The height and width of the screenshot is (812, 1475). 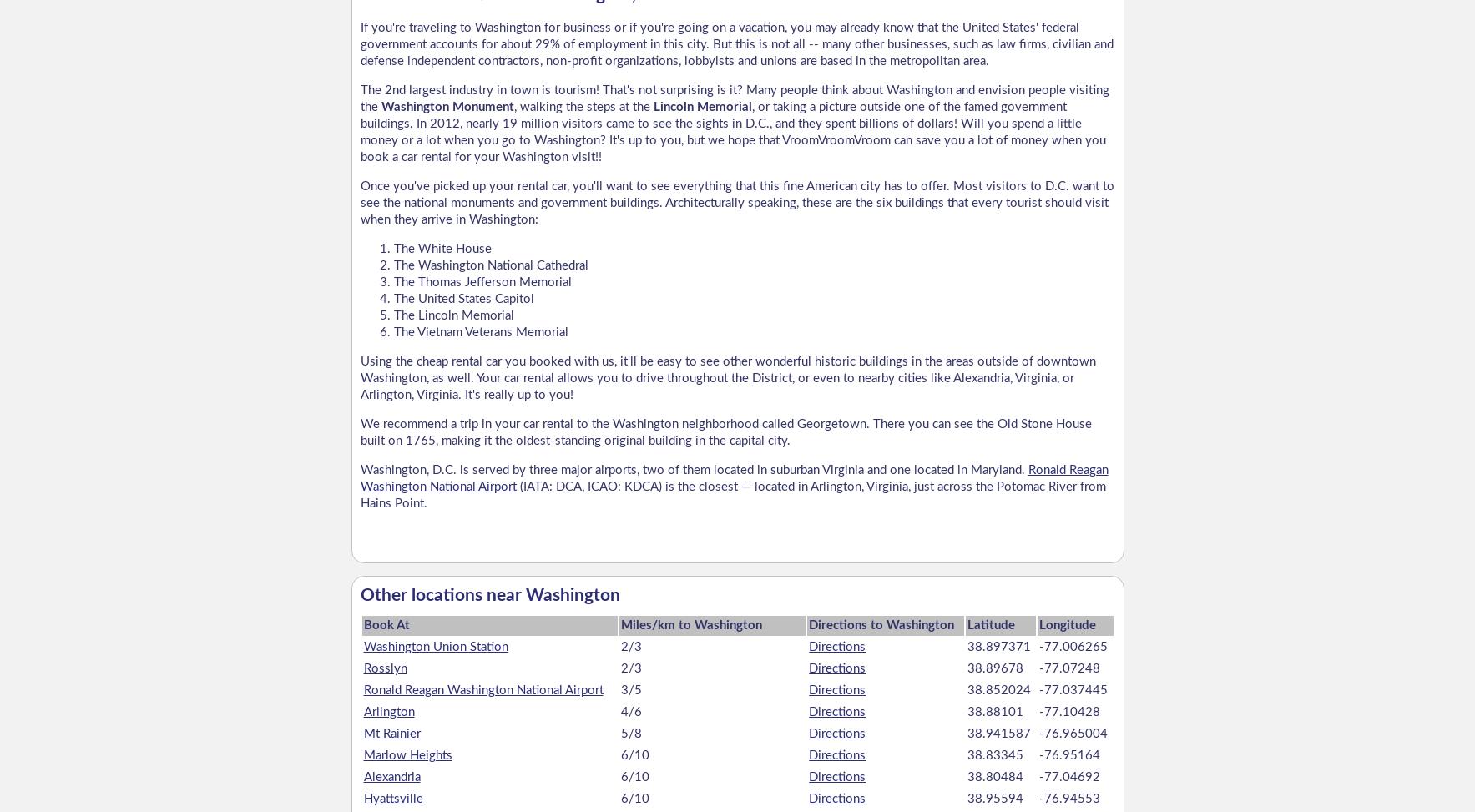 What do you see at coordinates (1068, 667) in the screenshot?
I see `'-77.07248'` at bounding box center [1068, 667].